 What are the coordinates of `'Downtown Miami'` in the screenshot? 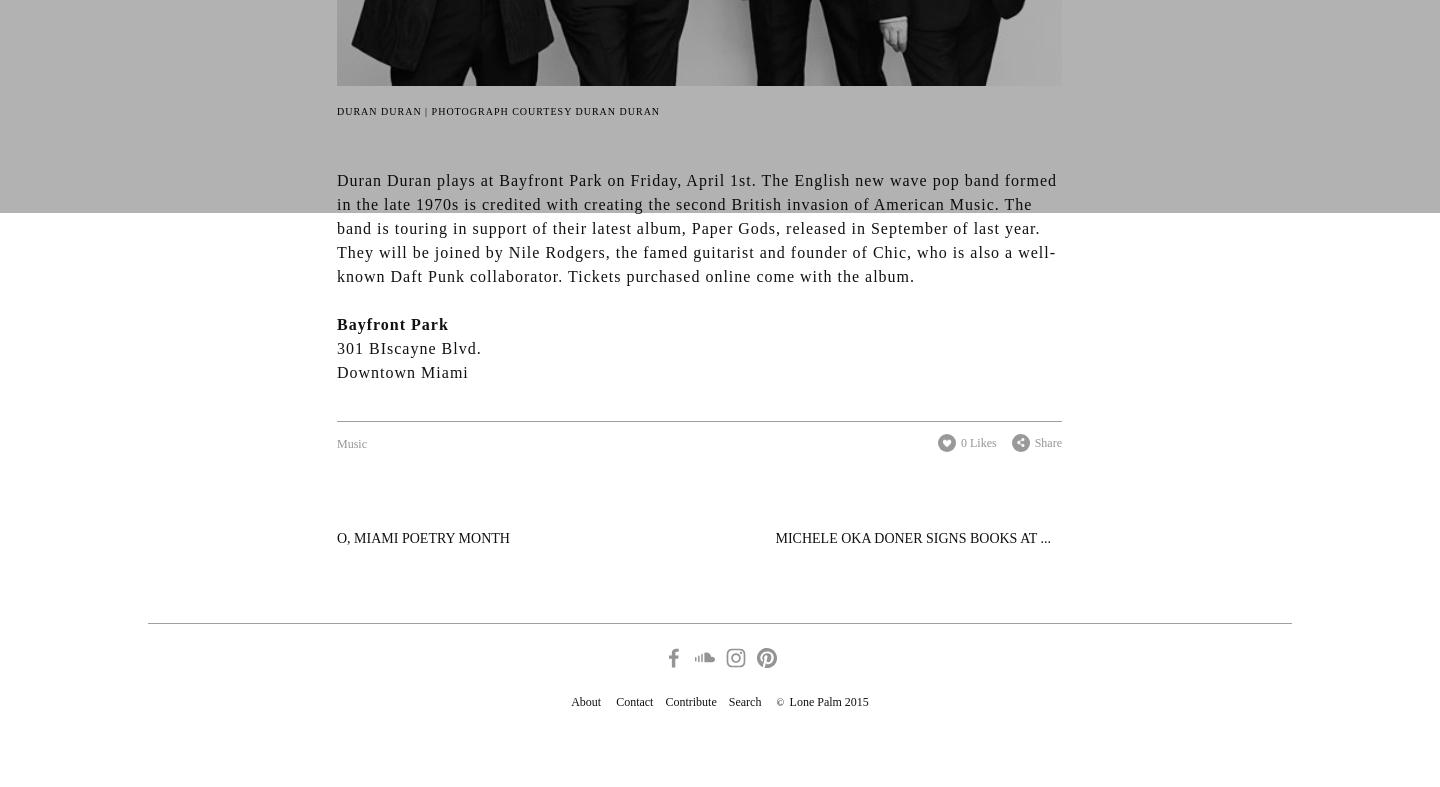 It's located at (401, 370).